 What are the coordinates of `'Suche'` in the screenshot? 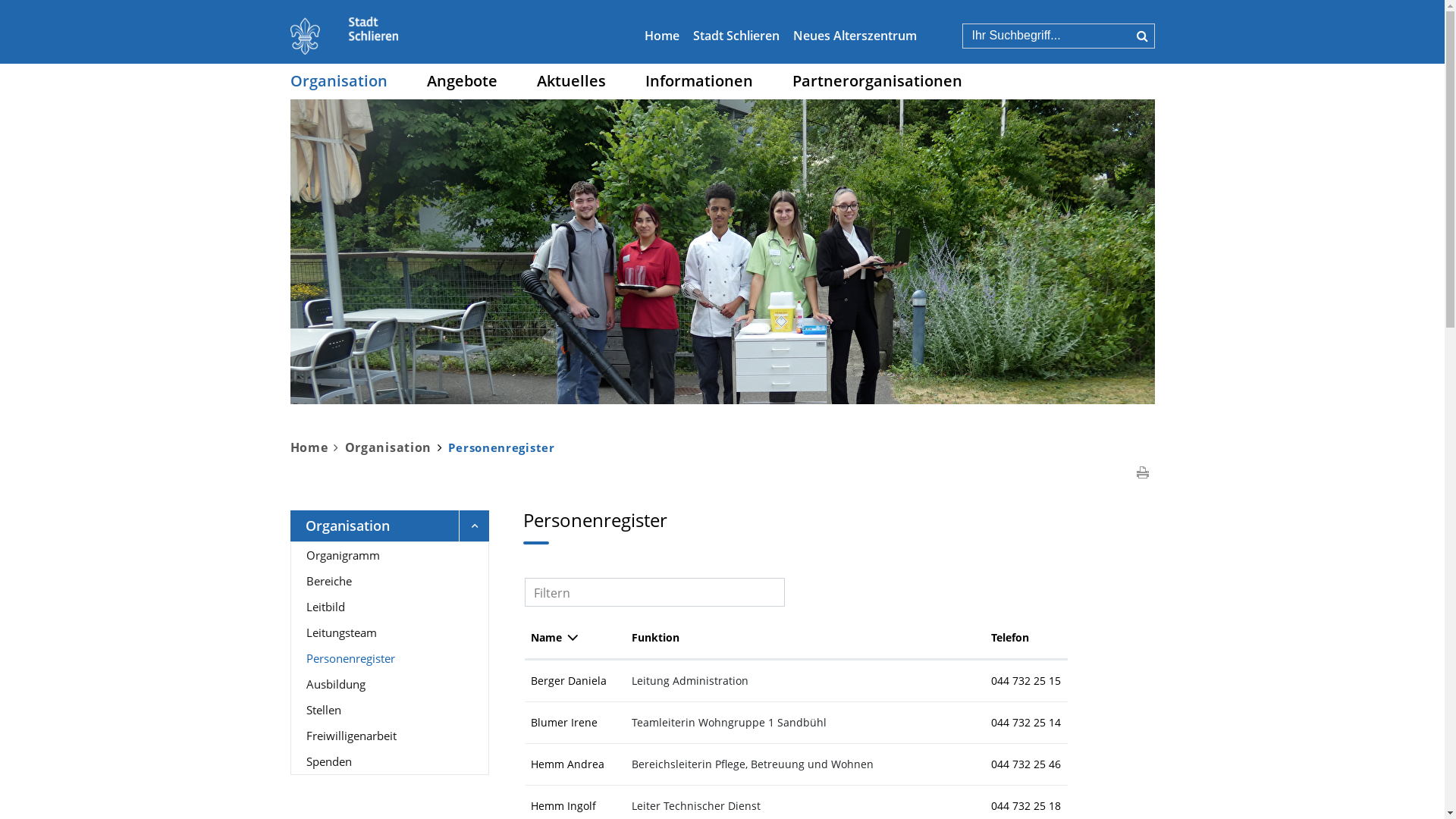 It's located at (1141, 34).